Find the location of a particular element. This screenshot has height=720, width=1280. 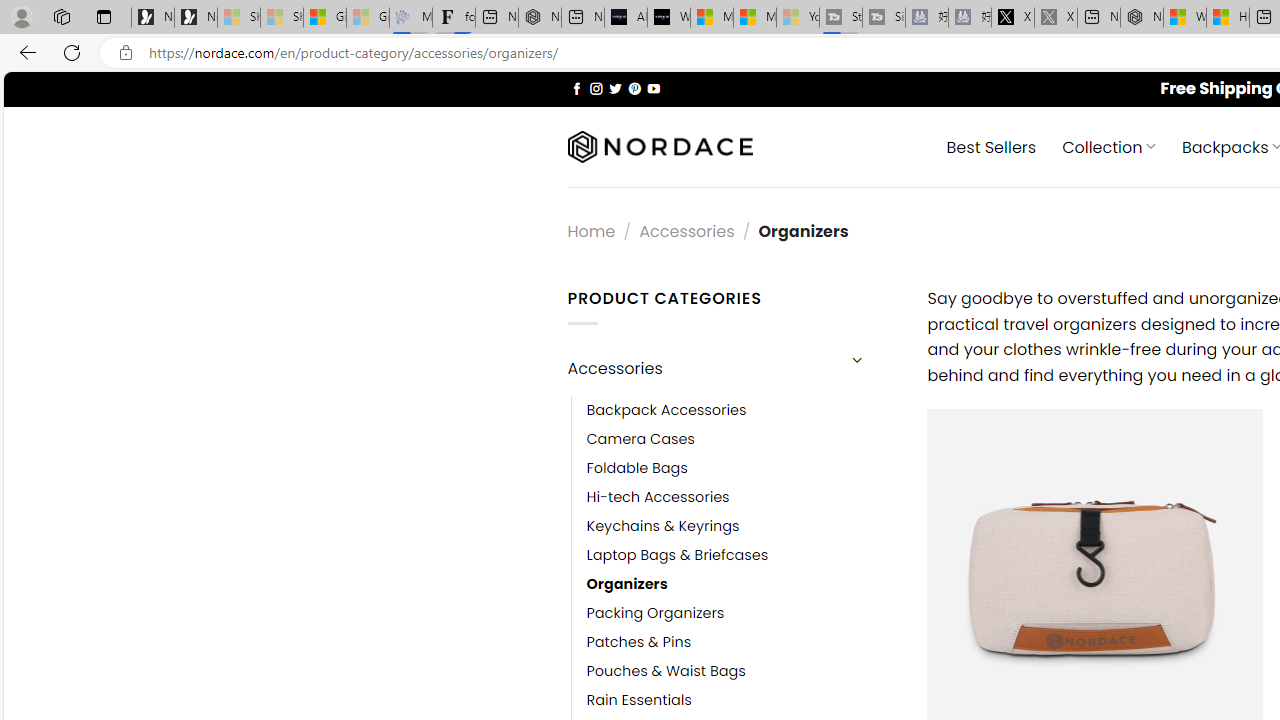

'Camera Cases' is located at coordinates (640, 438).